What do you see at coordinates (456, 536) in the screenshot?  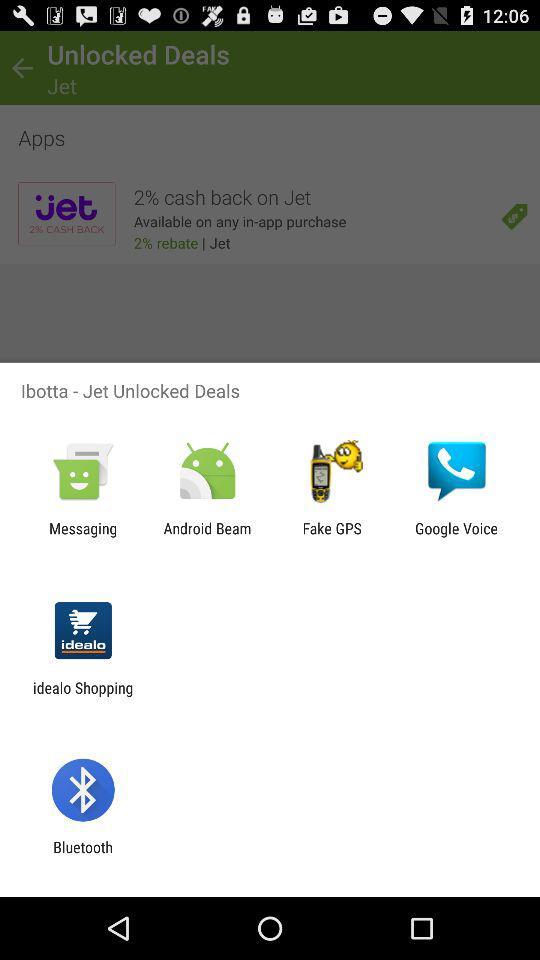 I see `the app to the right of the fake gps icon` at bounding box center [456, 536].